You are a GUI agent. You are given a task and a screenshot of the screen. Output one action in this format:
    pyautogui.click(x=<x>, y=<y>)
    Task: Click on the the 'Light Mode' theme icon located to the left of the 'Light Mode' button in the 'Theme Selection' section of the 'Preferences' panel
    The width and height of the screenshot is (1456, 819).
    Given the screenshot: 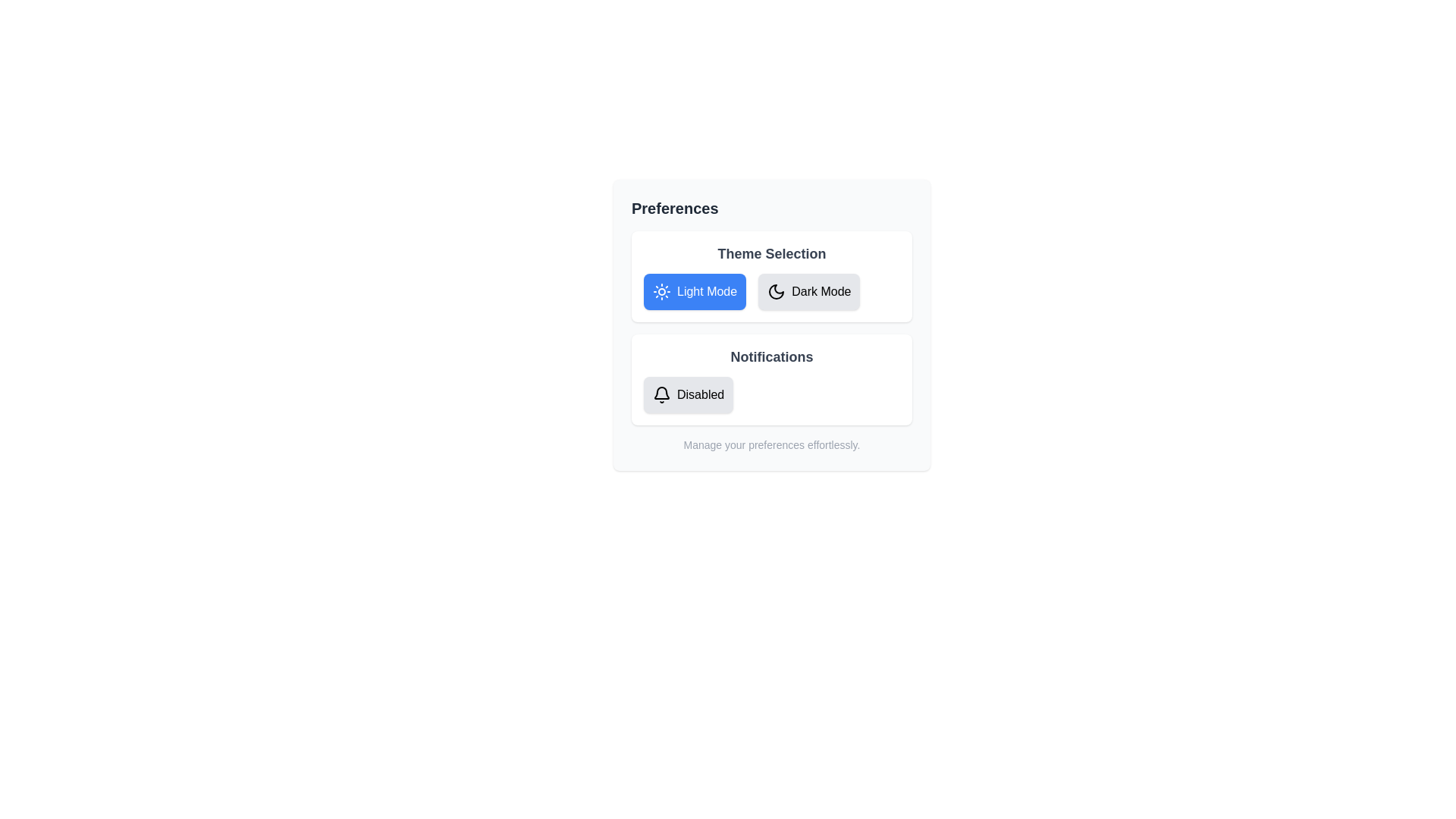 What is the action you would take?
    pyautogui.click(x=662, y=292)
    